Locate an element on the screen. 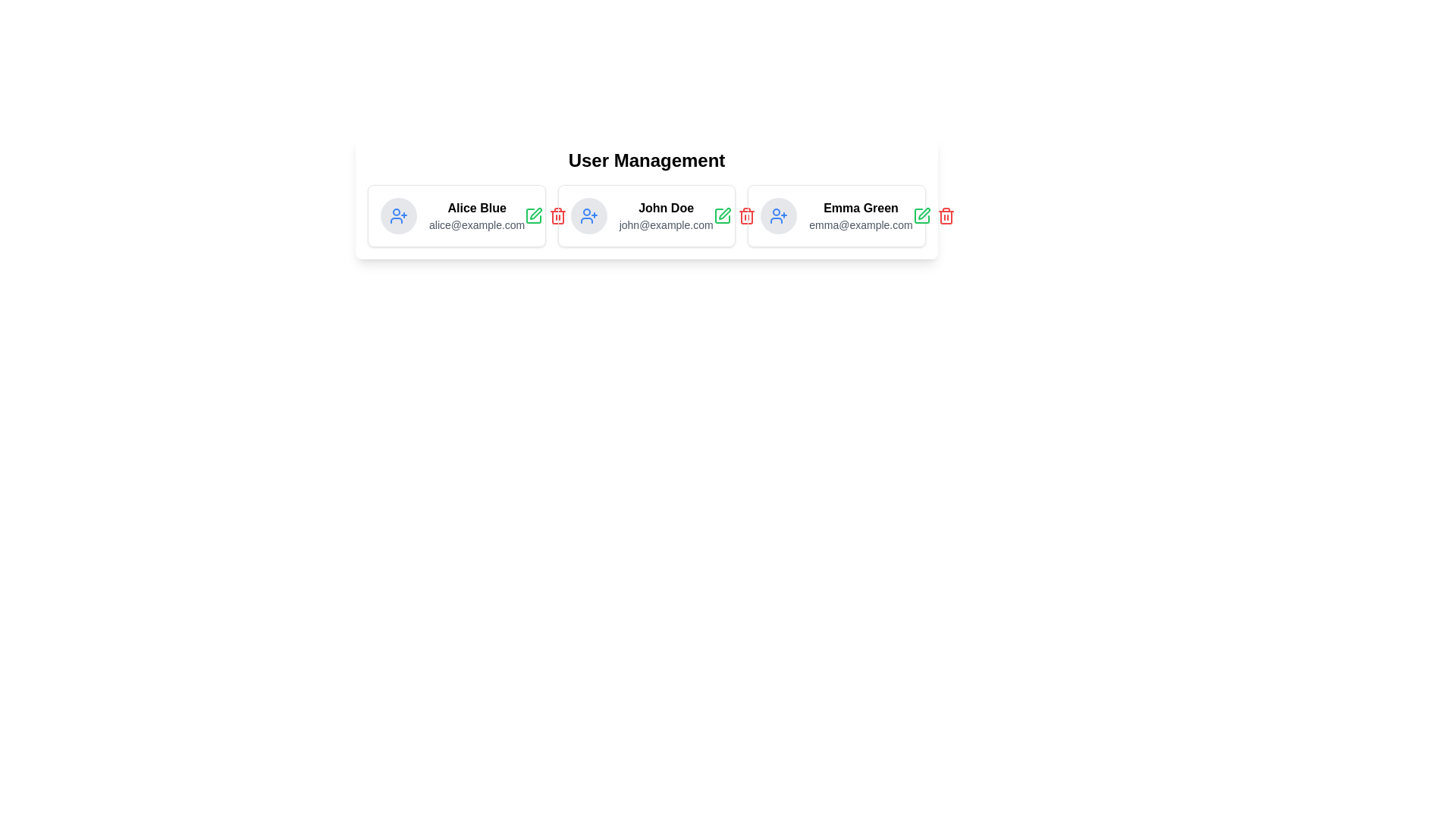 The height and width of the screenshot is (819, 1456). information displayed in the text component titled 'Alice Blue' with the subtitle 'alice@example.com', which is part of a user card layout and positioned to the right of the circular avatar icon is located at coordinates (476, 216).